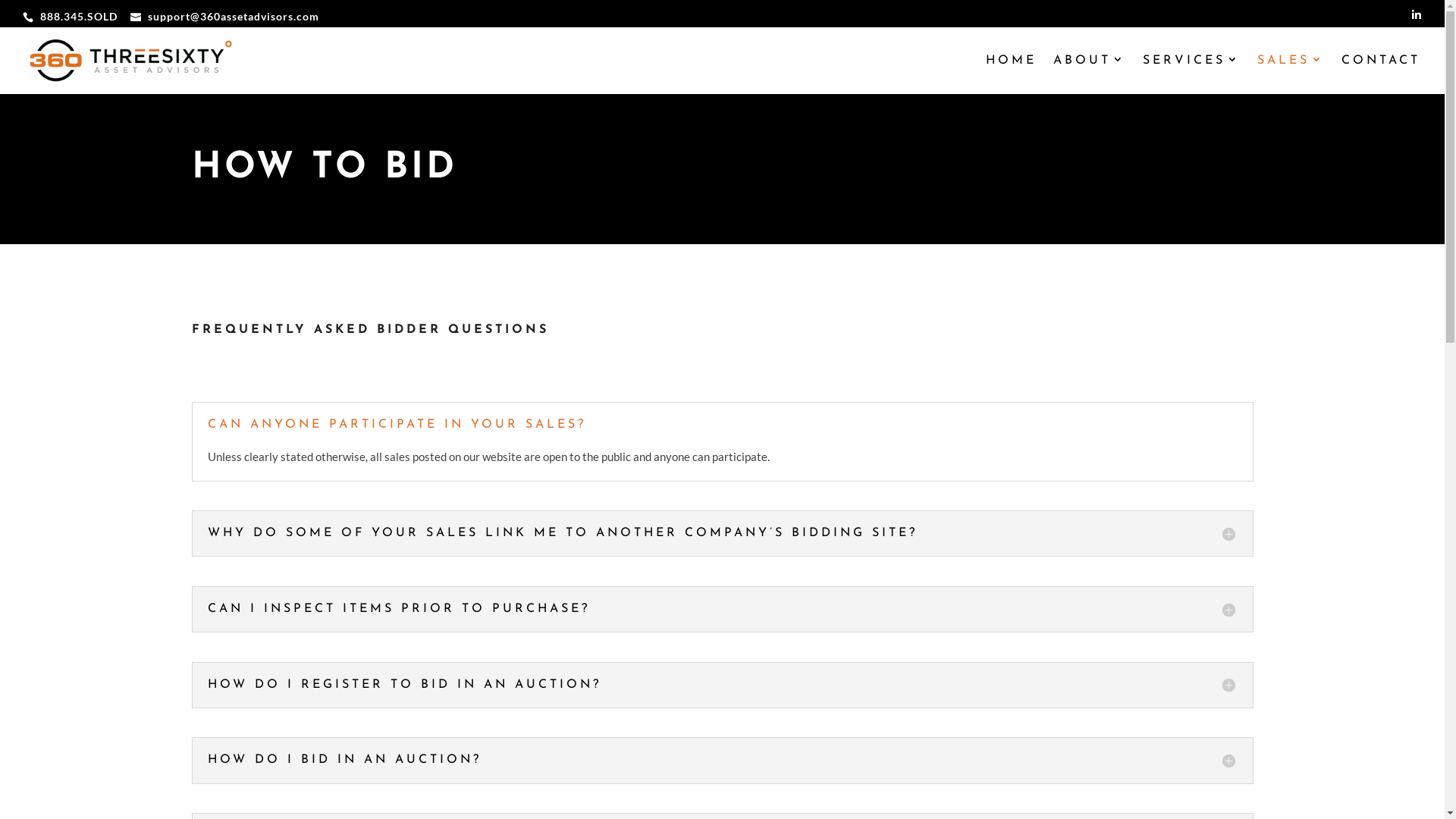  Describe the element at coordinates (1380, 74) in the screenshot. I see `'CONTACT'` at that location.